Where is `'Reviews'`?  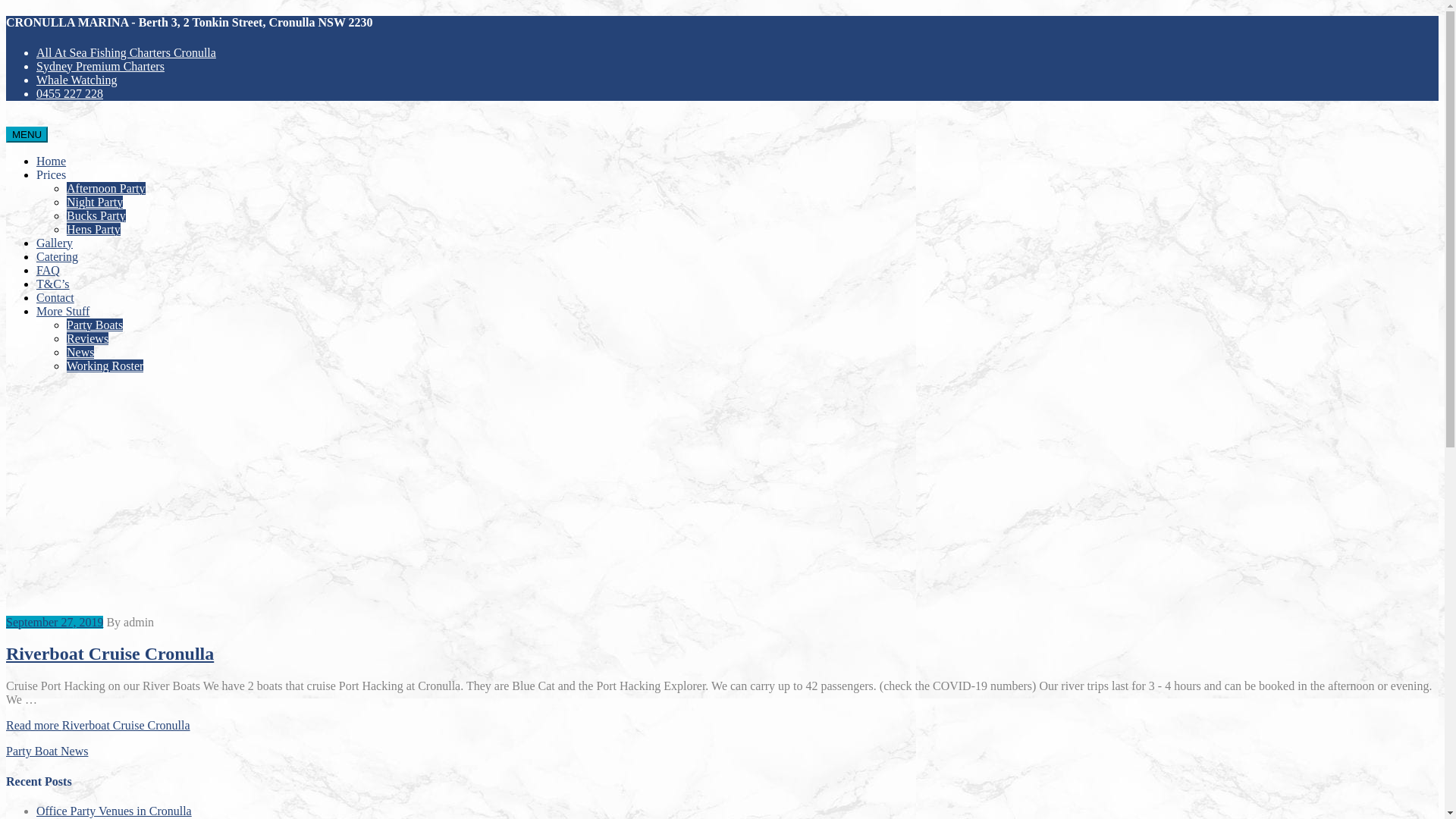
'Reviews' is located at coordinates (86, 337).